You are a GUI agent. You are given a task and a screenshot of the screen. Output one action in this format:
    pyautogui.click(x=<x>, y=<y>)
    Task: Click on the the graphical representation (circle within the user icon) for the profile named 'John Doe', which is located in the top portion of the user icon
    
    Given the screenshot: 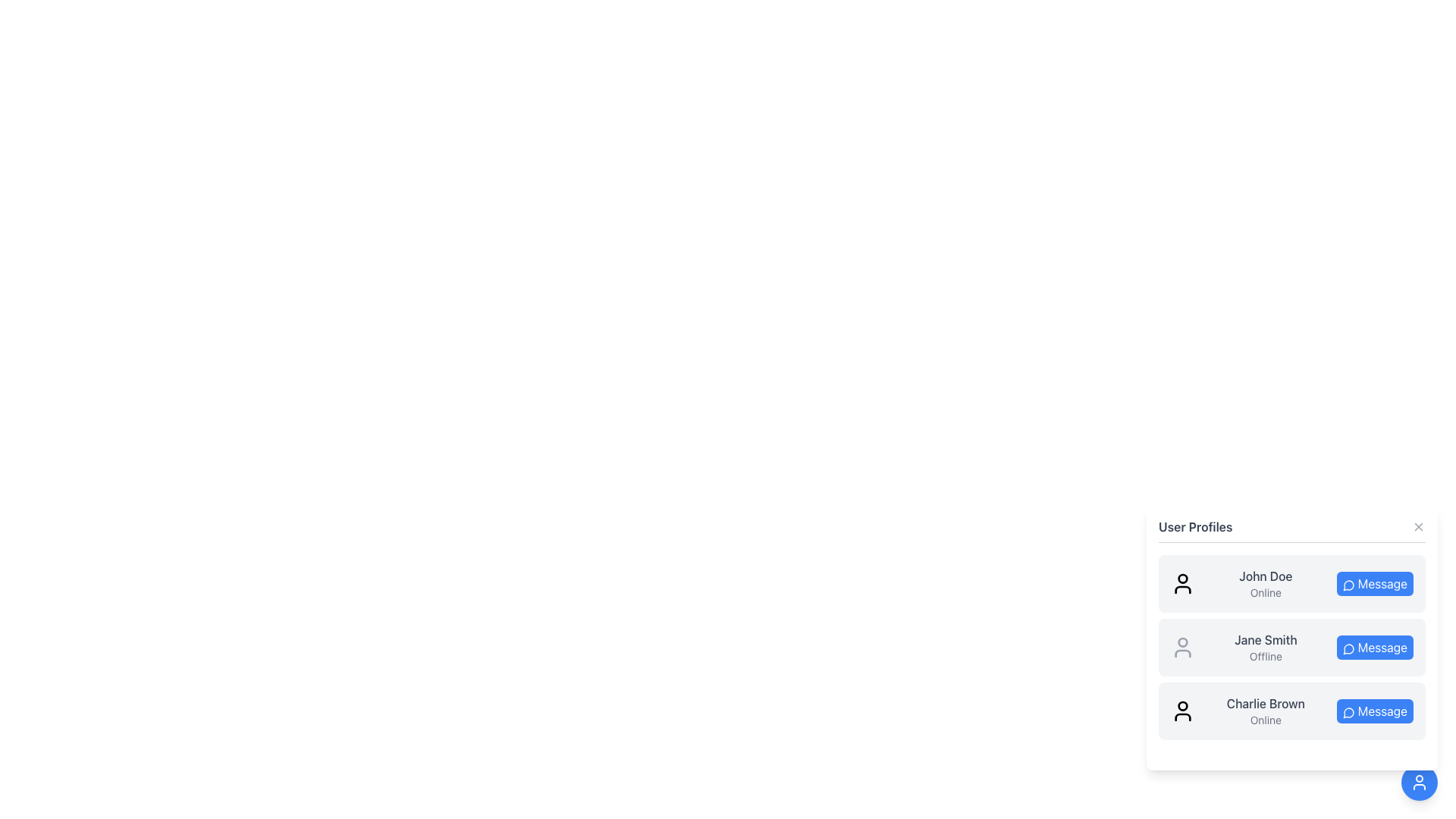 What is the action you would take?
    pyautogui.click(x=1182, y=579)
    